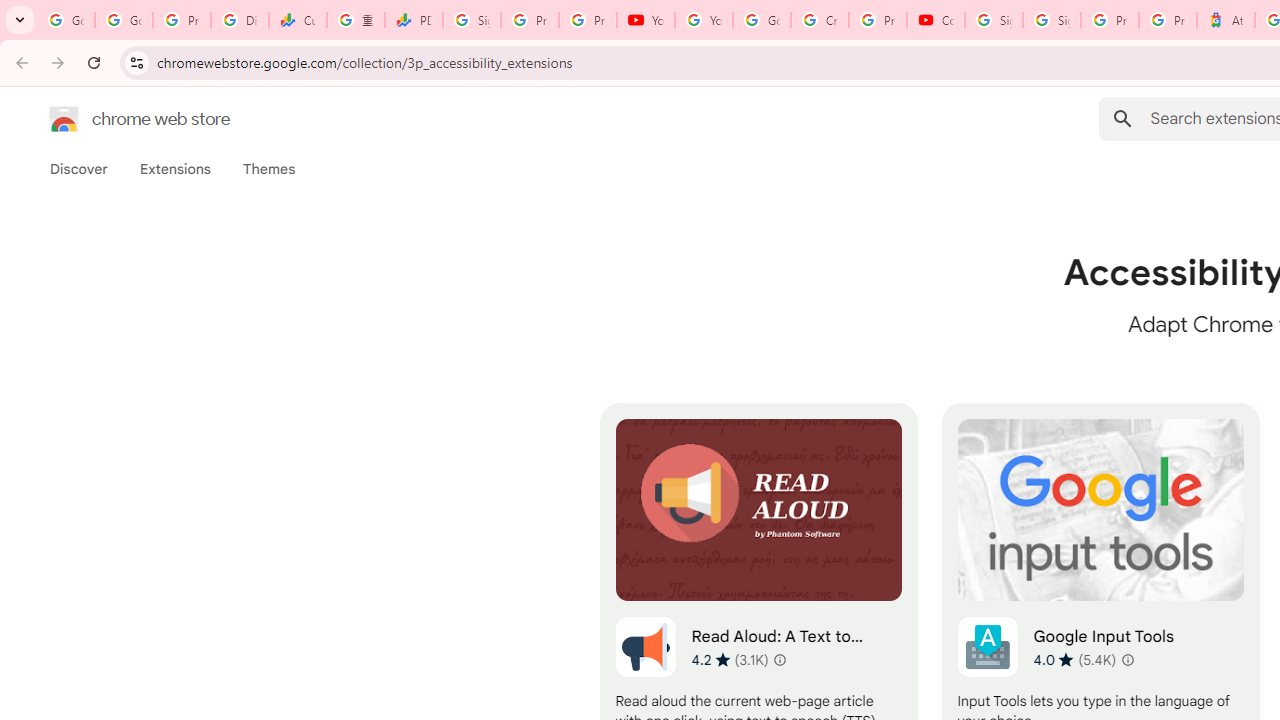 The width and height of the screenshot is (1280, 720). What do you see at coordinates (1051, 20) in the screenshot?
I see `'Sign in - Google Accounts'` at bounding box center [1051, 20].